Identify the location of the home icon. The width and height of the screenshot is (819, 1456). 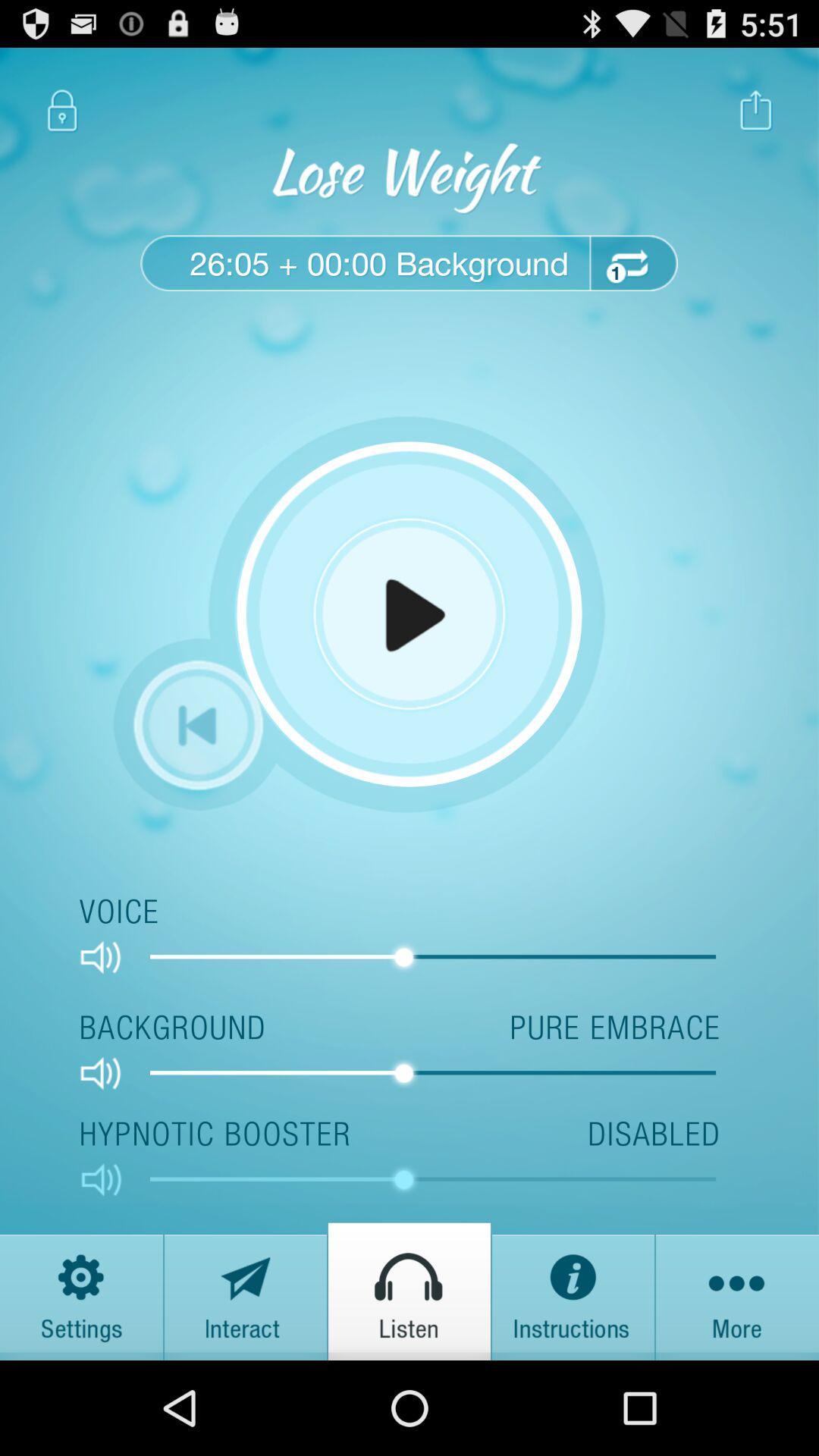
(409, 1381).